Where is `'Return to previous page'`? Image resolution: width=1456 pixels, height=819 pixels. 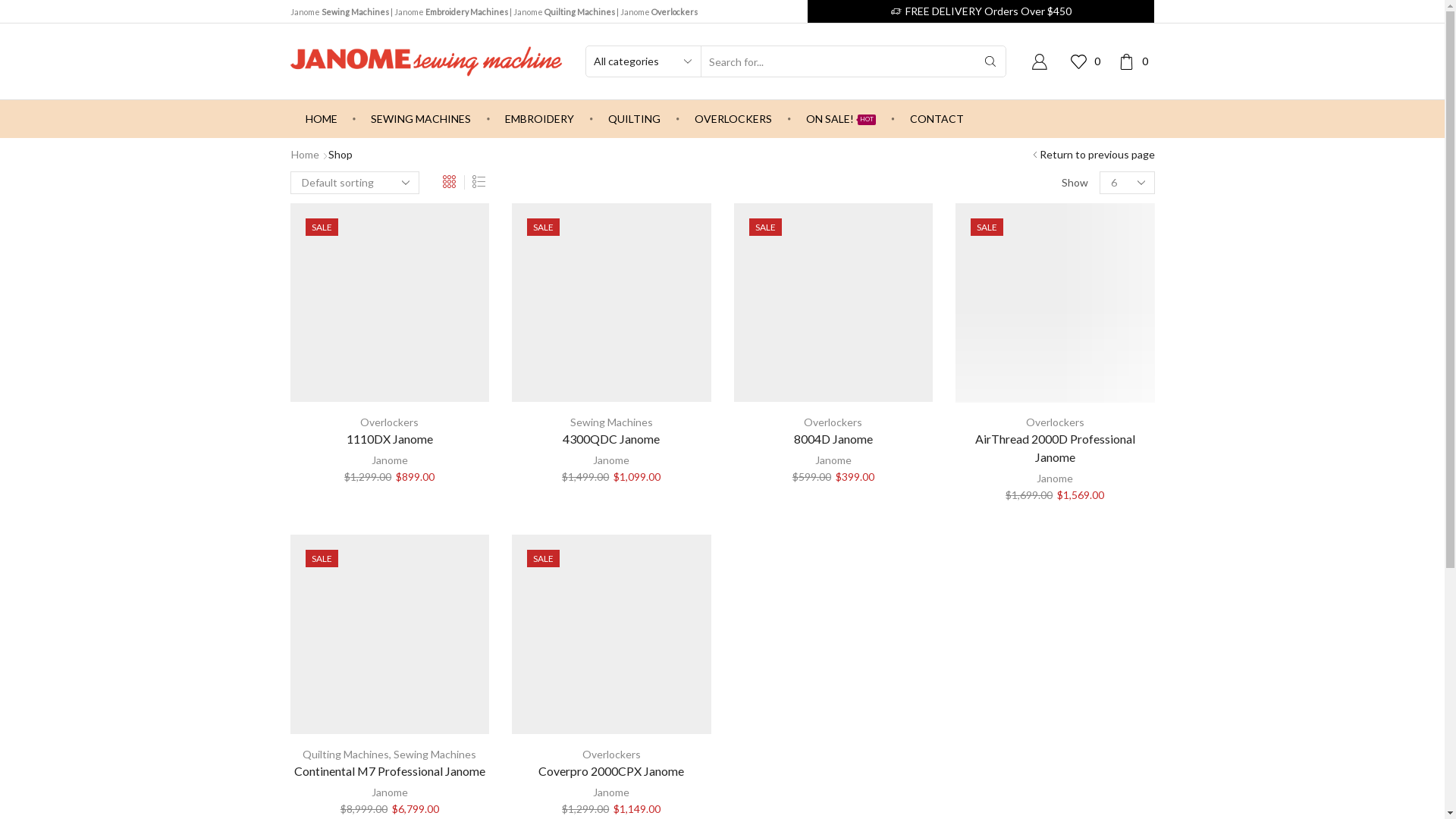 'Return to previous page' is located at coordinates (1096, 155).